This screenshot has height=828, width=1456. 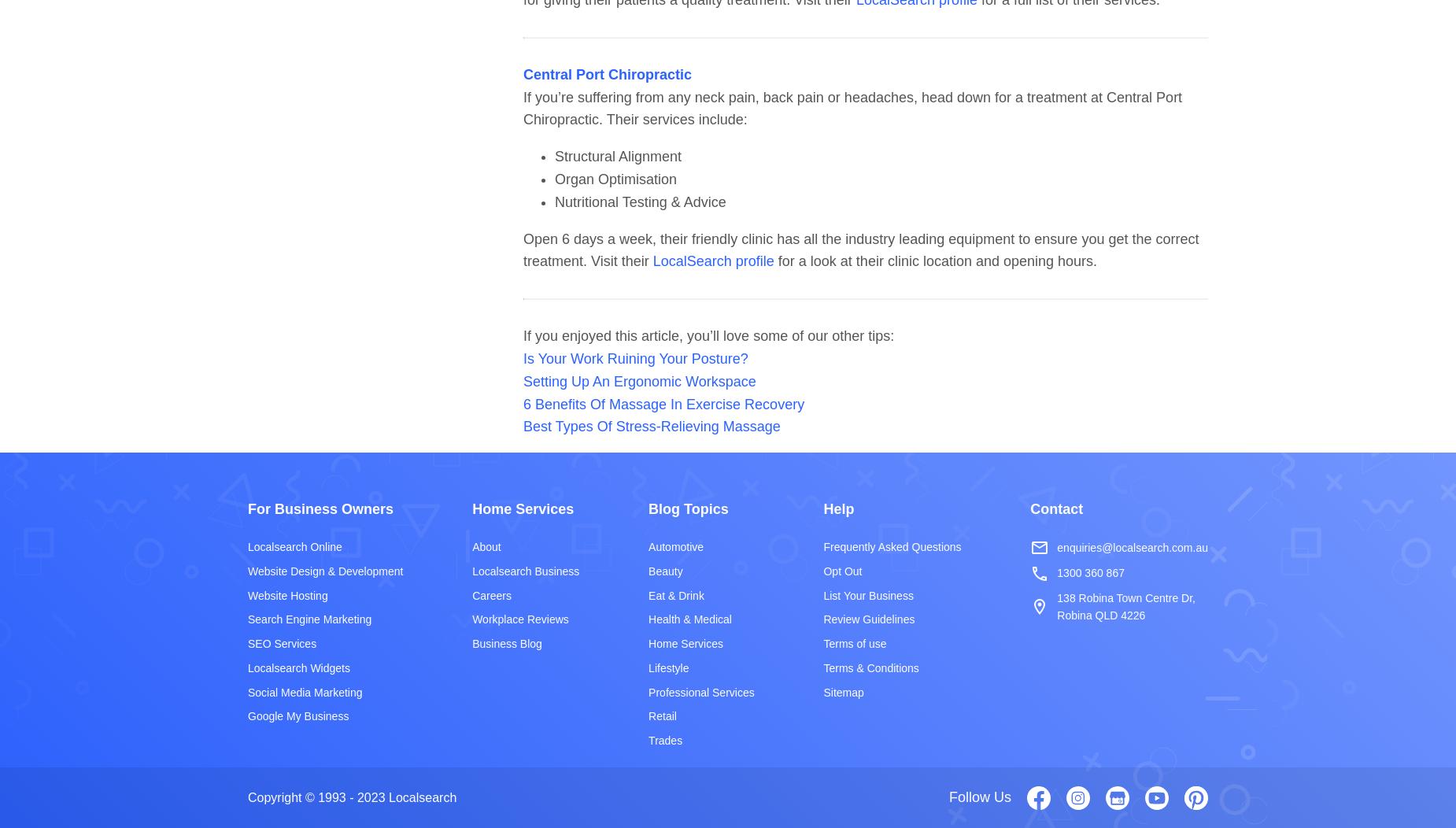 What do you see at coordinates (615, 178) in the screenshot?
I see `'Organ Optimisation'` at bounding box center [615, 178].